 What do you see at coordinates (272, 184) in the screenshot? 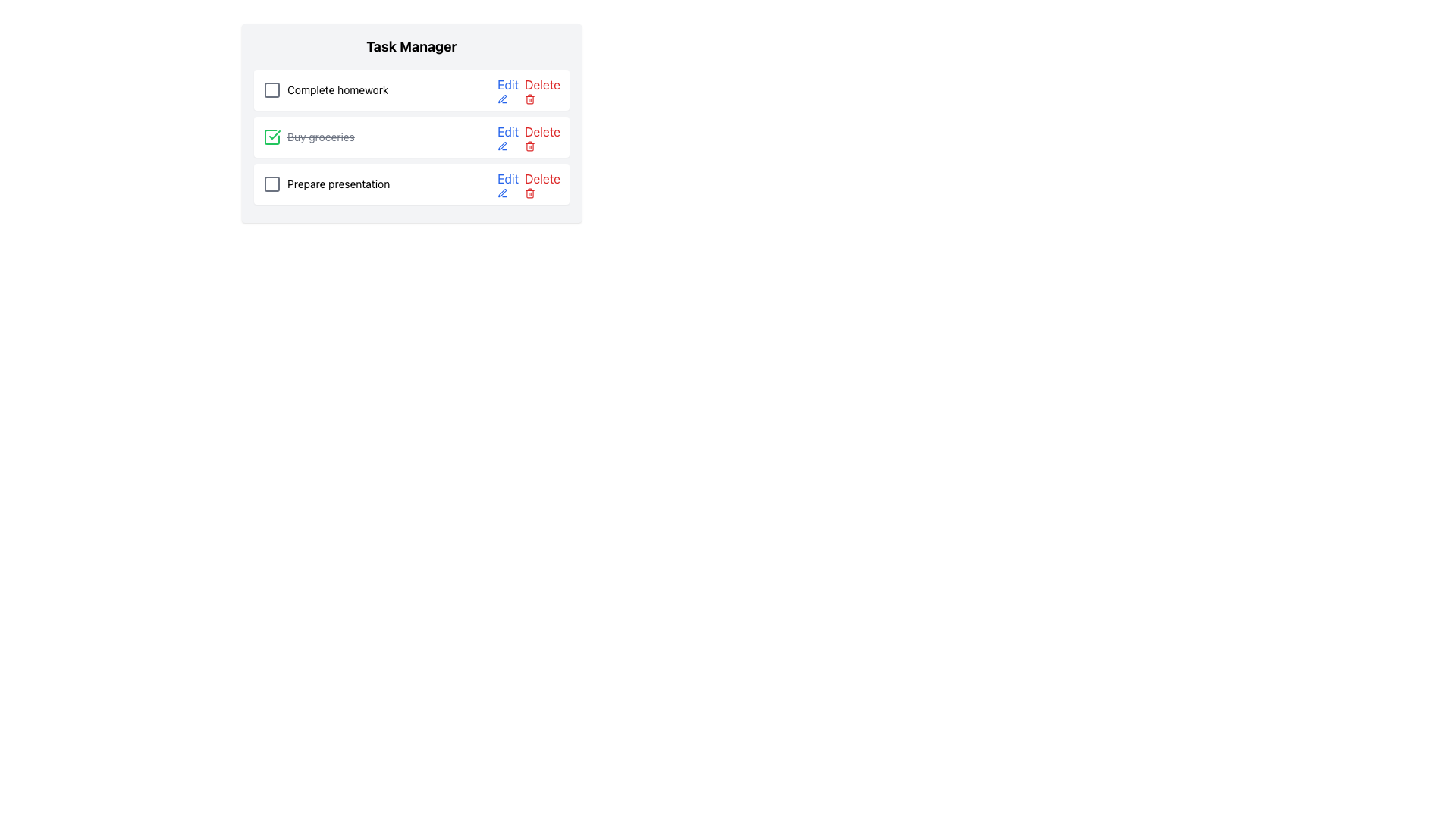
I see `the small, square-shaped checkbox located at the beginning of the 'Prepare presentation' row, which is adjacent to the text label` at bounding box center [272, 184].